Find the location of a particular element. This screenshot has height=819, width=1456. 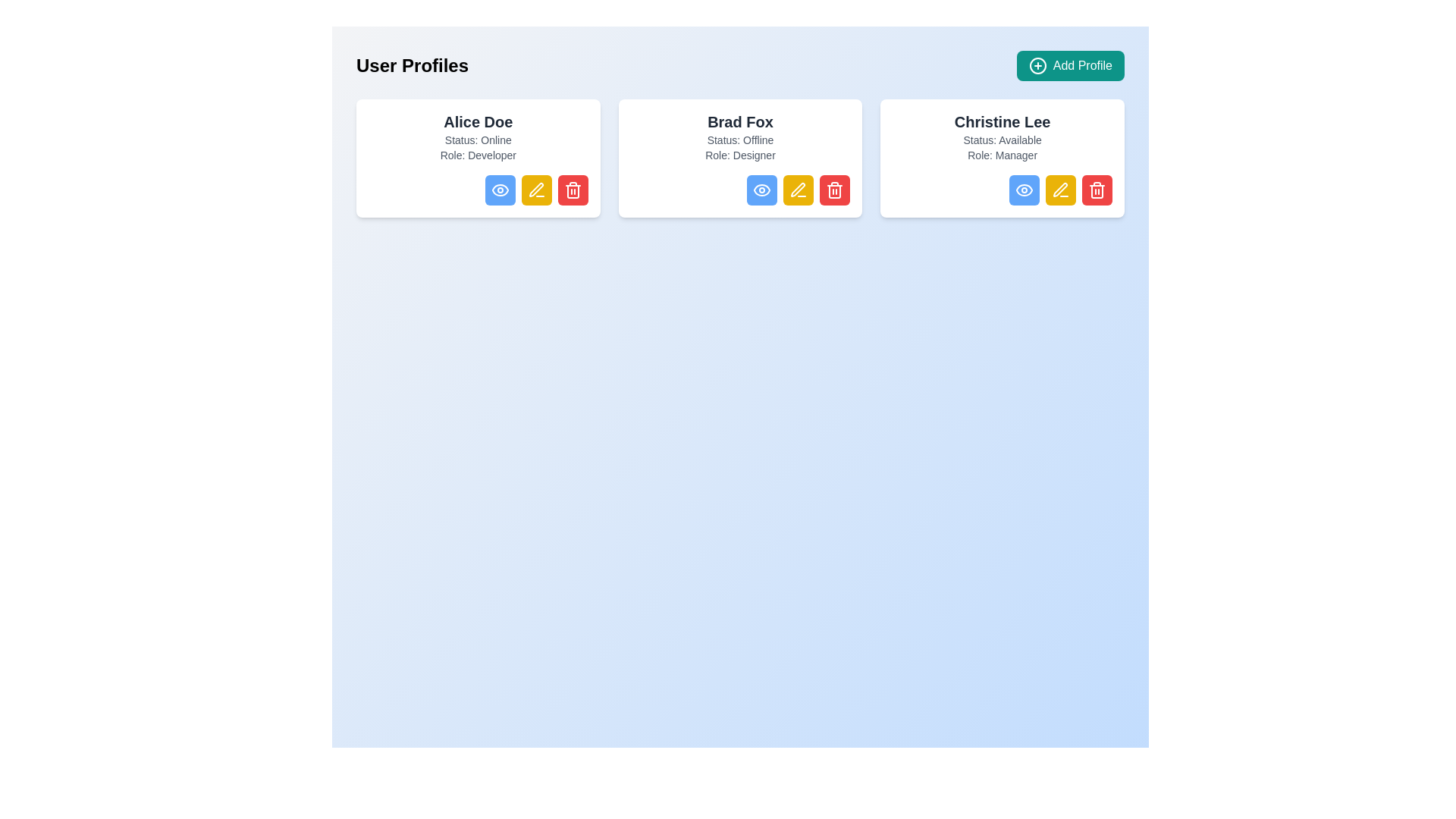

the button located in the top-right corner next to the 'User Profiles' header to initiate the profile-adding process is located at coordinates (1069, 65).